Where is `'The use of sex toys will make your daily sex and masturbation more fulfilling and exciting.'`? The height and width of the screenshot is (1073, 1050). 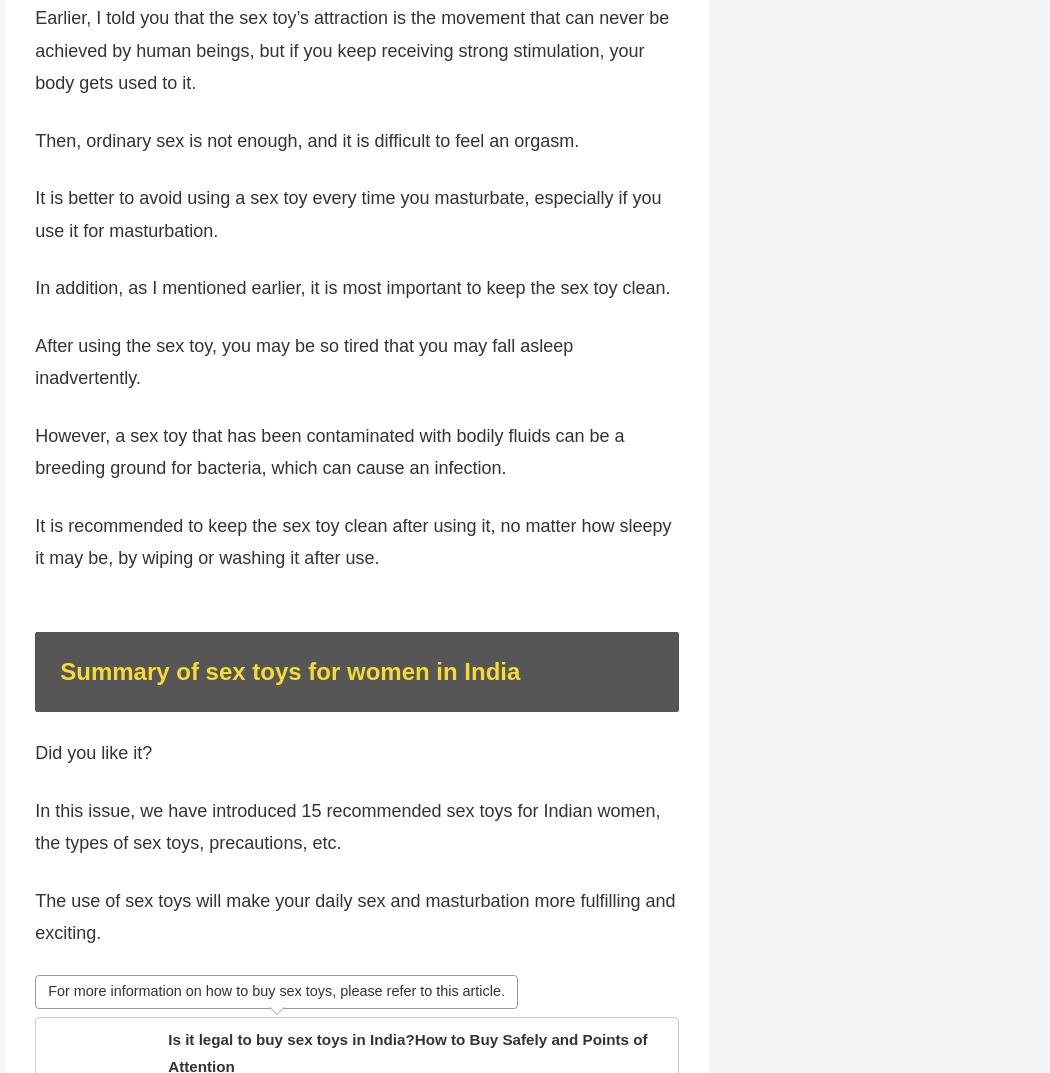
'The use of sex toys will make your daily sex and masturbation more fulfilling and exciting.' is located at coordinates (354, 953).